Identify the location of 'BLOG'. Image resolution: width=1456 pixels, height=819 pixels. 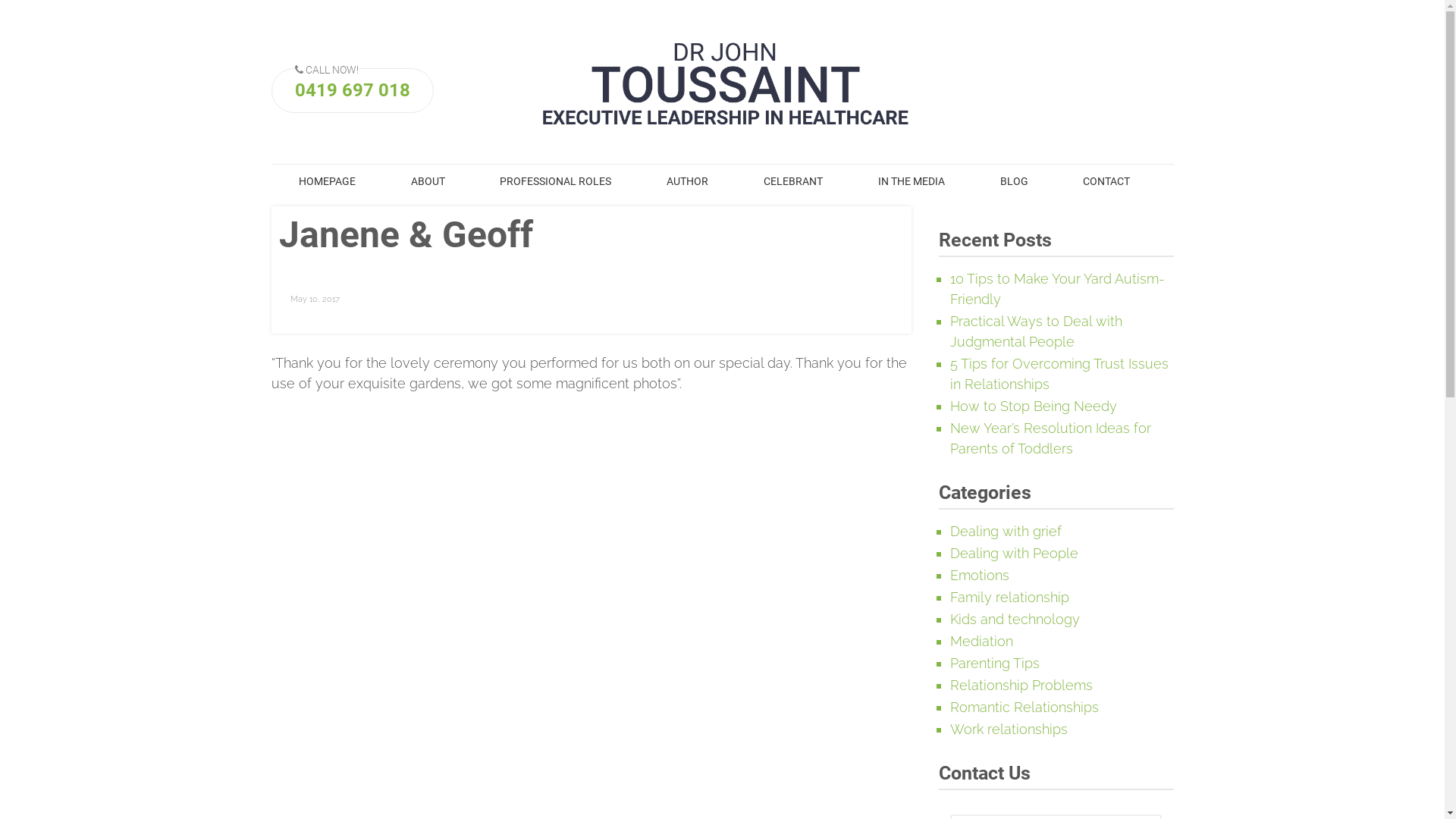
(1014, 180).